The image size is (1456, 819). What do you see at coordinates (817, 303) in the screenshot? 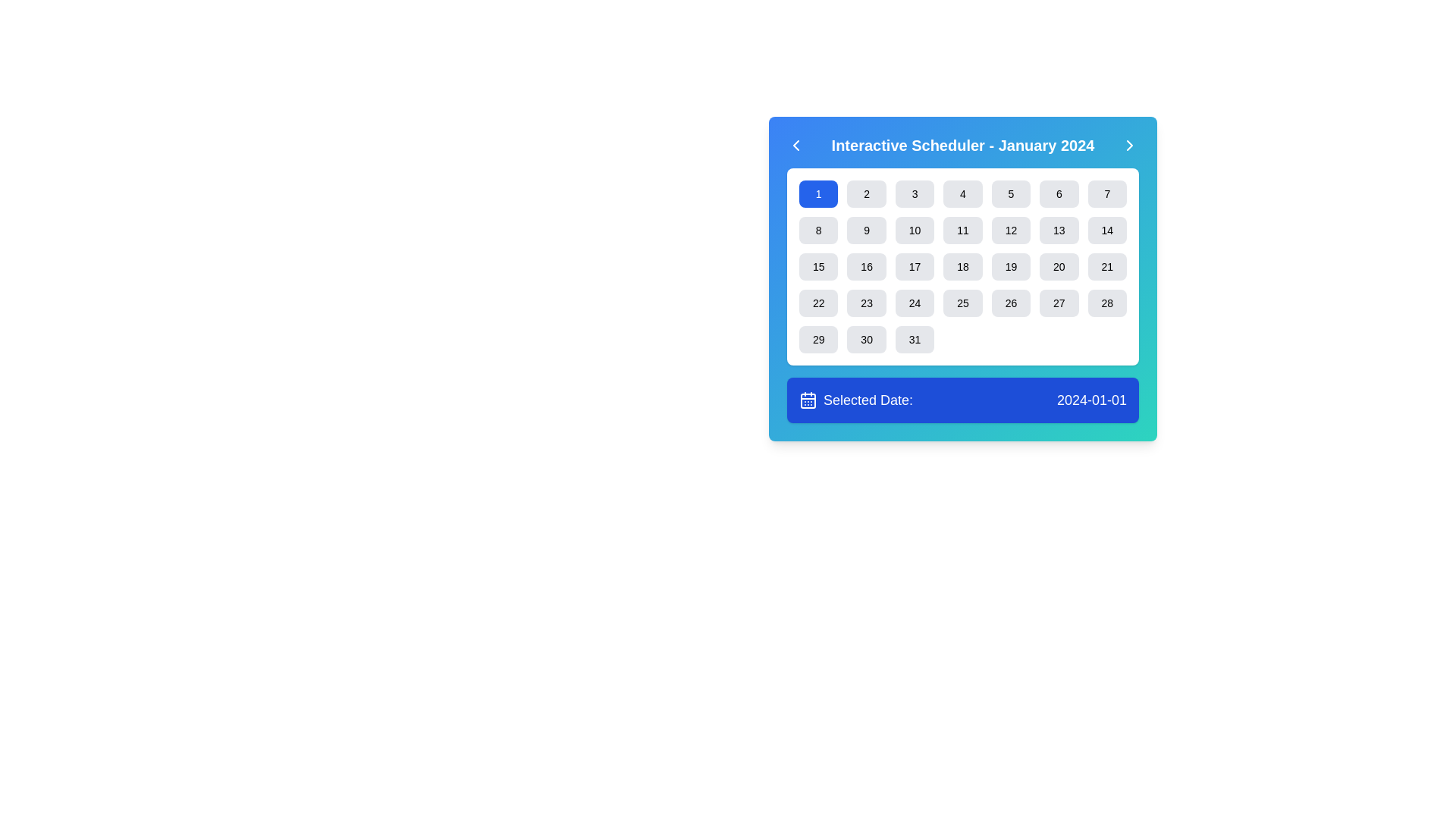
I see `the button representing the 22nd day in the calendar widget` at bounding box center [817, 303].